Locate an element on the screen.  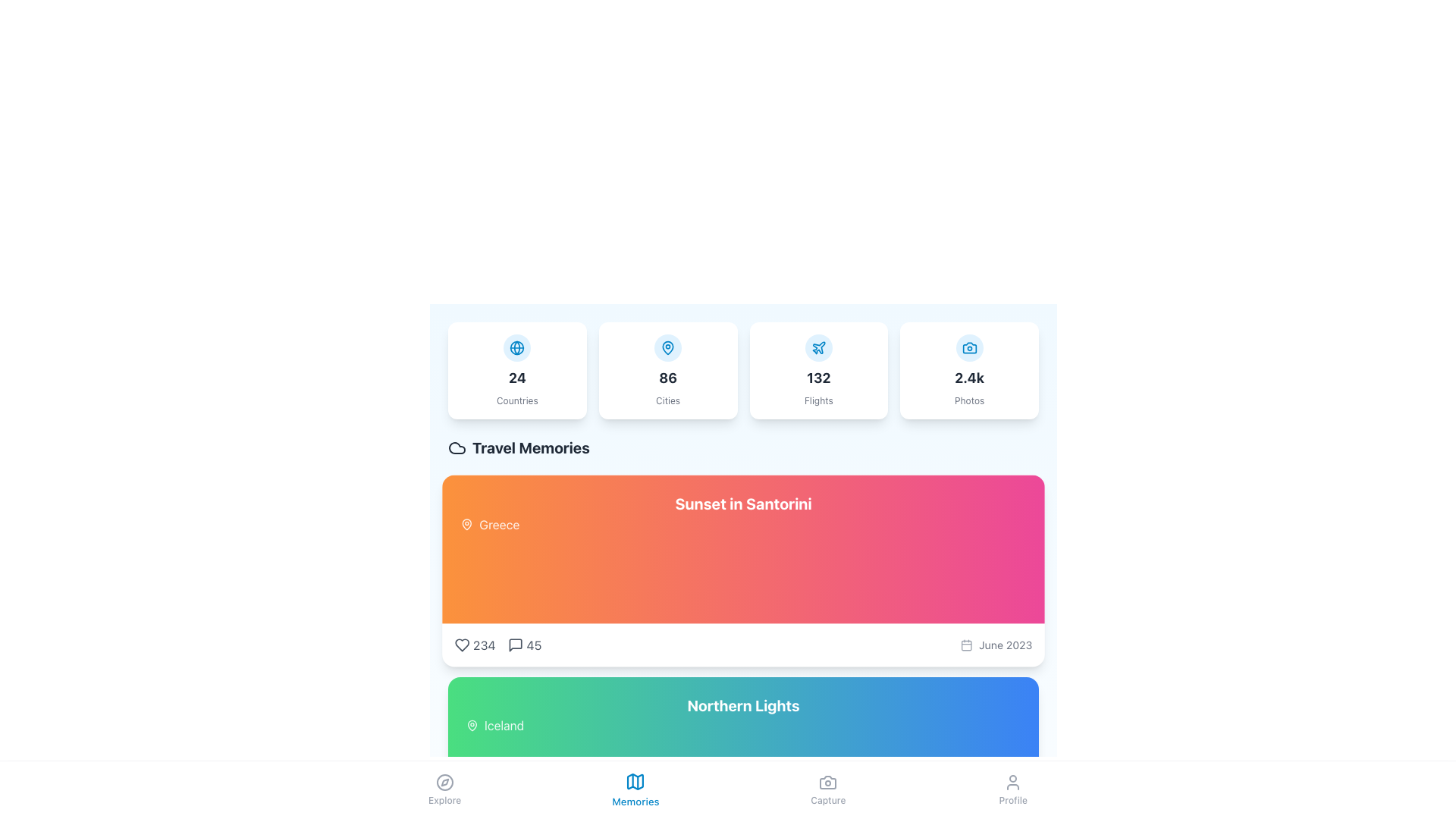
the small message icon with a square speech bubble design, located is located at coordinates (516, 645).